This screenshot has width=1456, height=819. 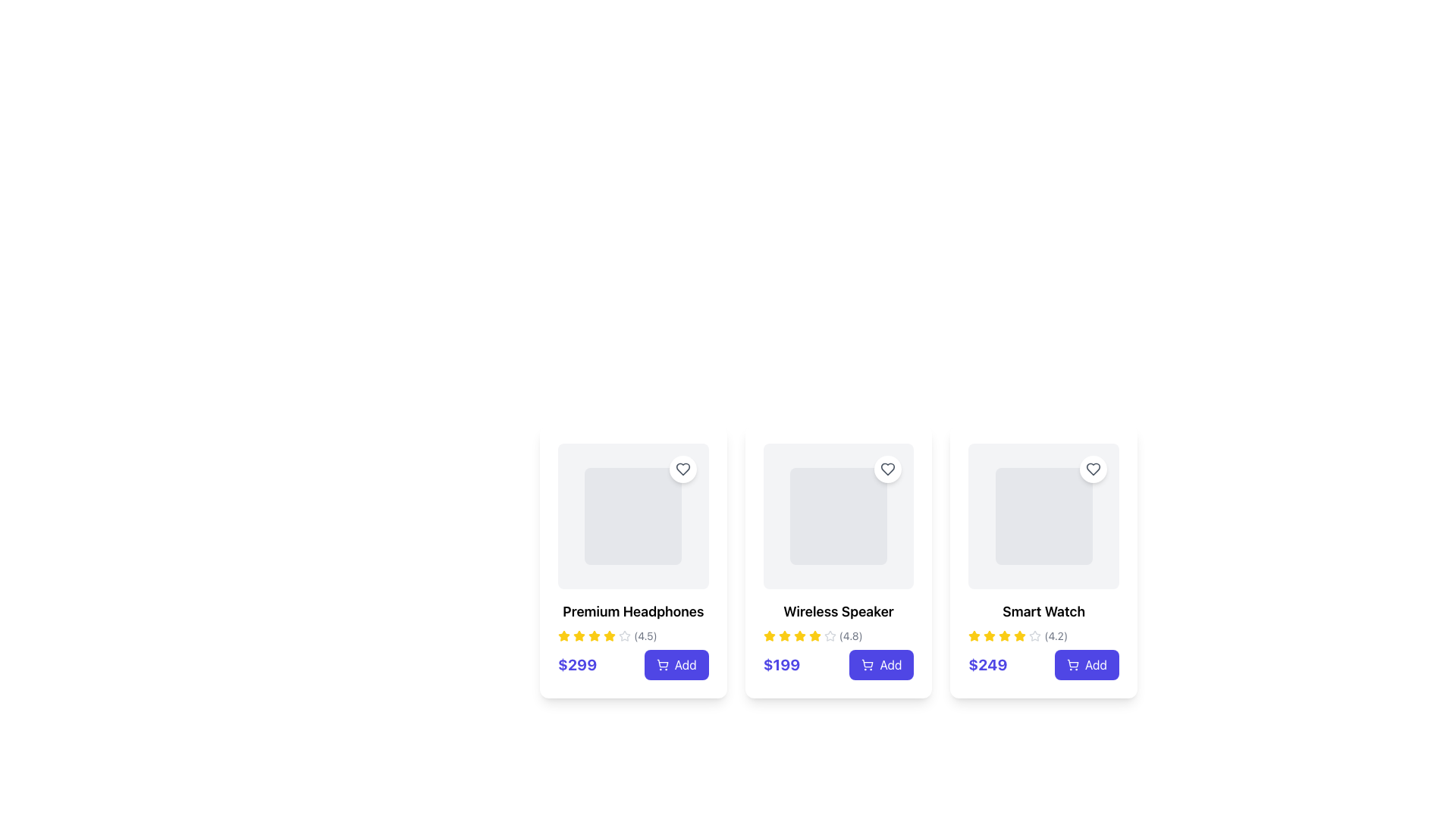 I want to click on the fourth star in the rating section of the 'Wireless Speaker' product card to interact with it, so click(x=799, y=635).